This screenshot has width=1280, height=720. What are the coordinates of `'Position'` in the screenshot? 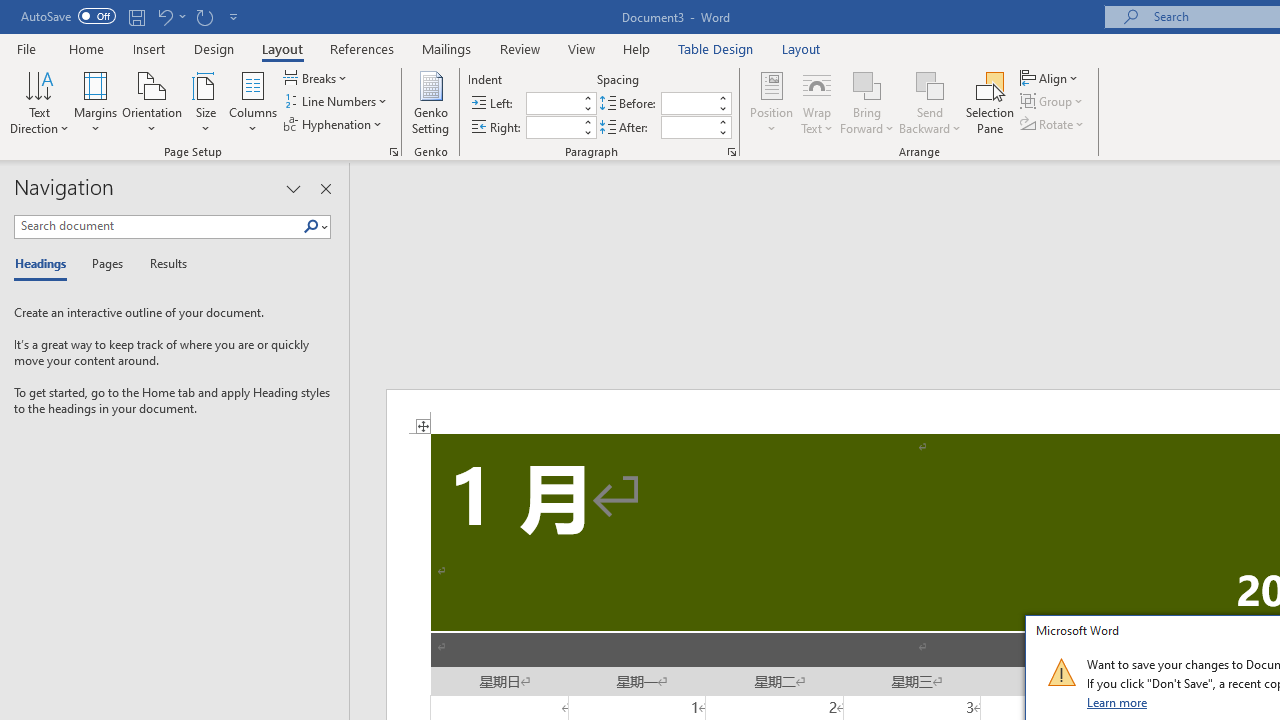 It's located at (770, 103).